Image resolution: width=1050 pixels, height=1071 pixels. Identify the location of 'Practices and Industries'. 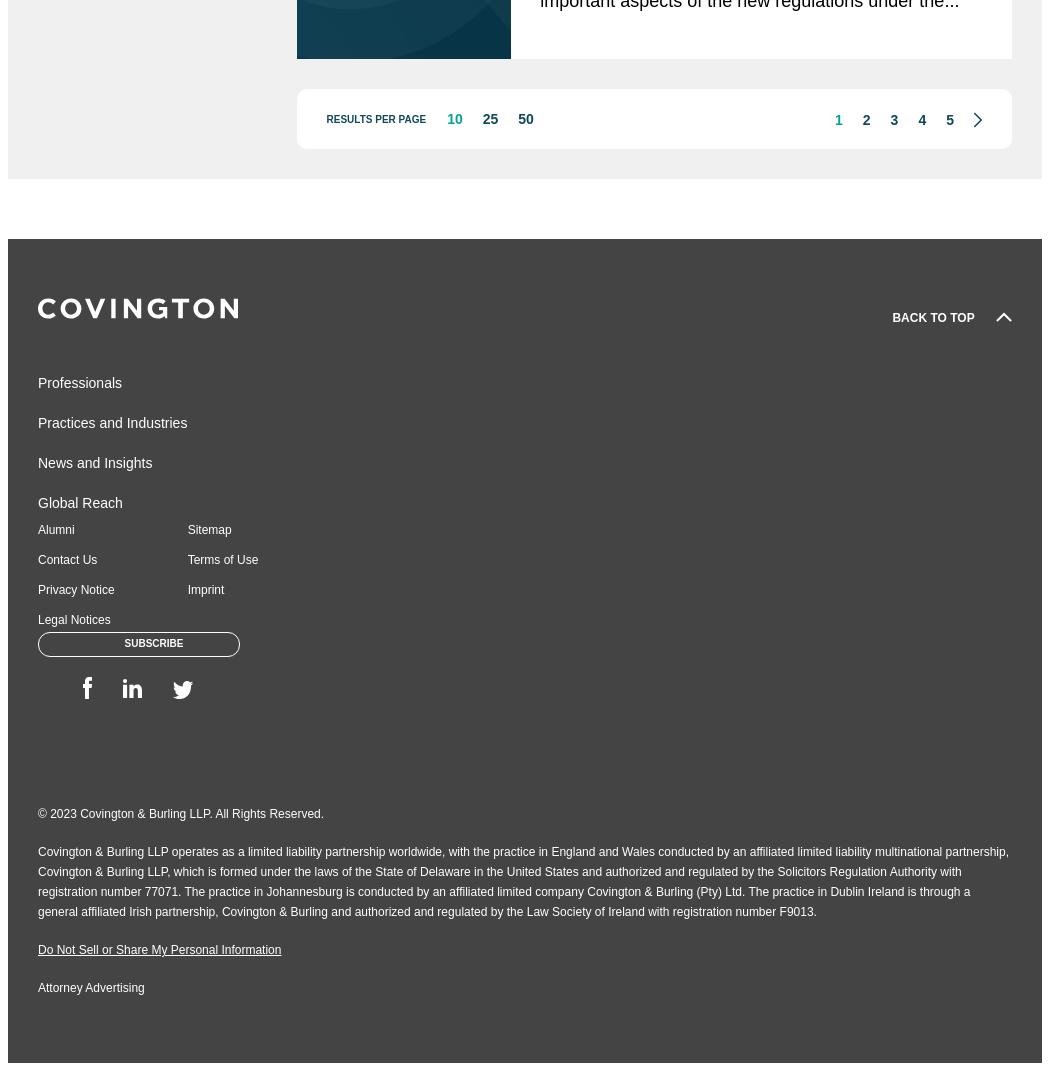
(112, 423).